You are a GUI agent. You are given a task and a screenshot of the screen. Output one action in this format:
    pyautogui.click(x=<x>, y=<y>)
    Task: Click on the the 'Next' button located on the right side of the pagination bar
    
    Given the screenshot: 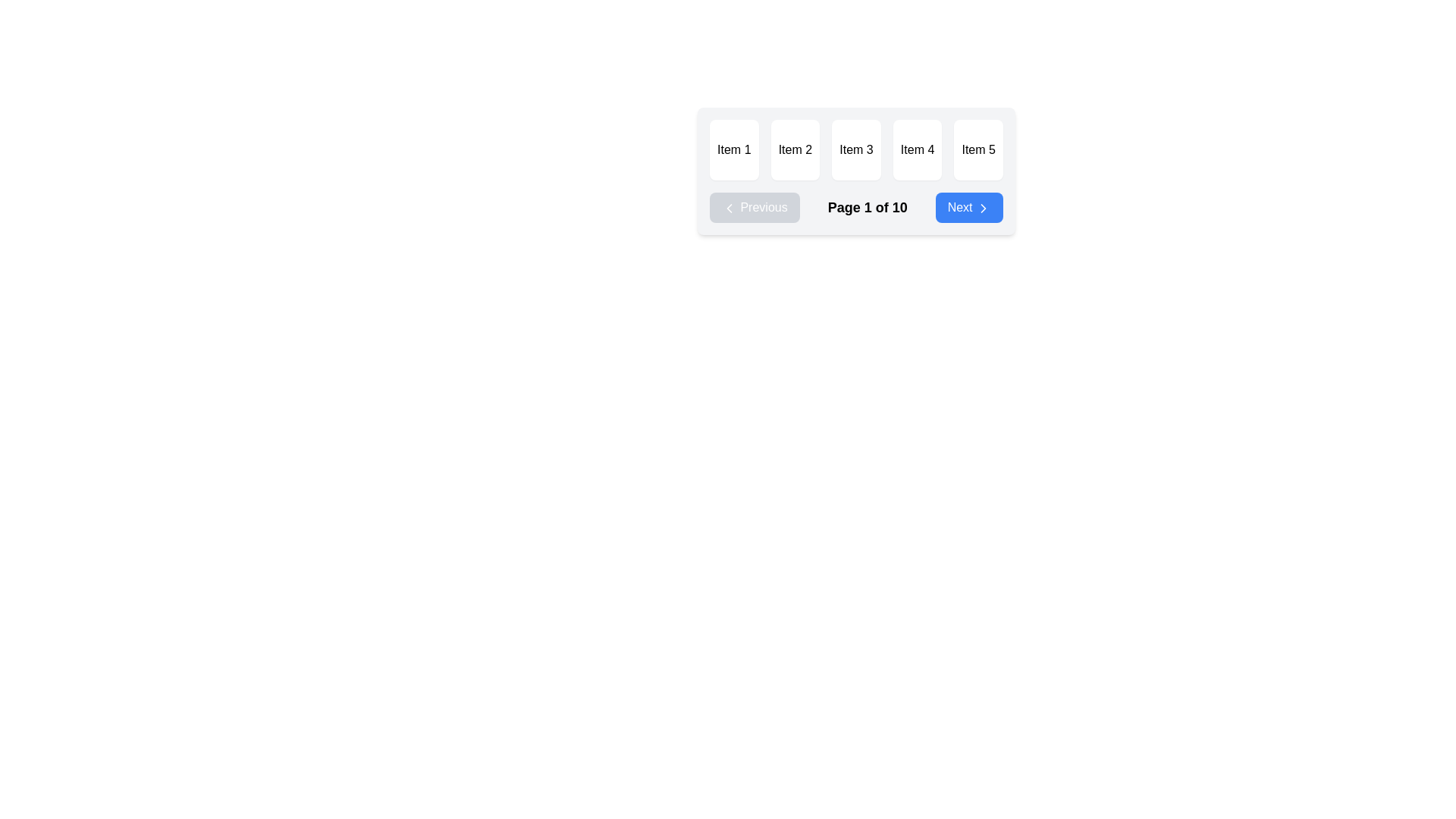 What is the action you would take?
    pyautogui.click(x=968, y=207)
    